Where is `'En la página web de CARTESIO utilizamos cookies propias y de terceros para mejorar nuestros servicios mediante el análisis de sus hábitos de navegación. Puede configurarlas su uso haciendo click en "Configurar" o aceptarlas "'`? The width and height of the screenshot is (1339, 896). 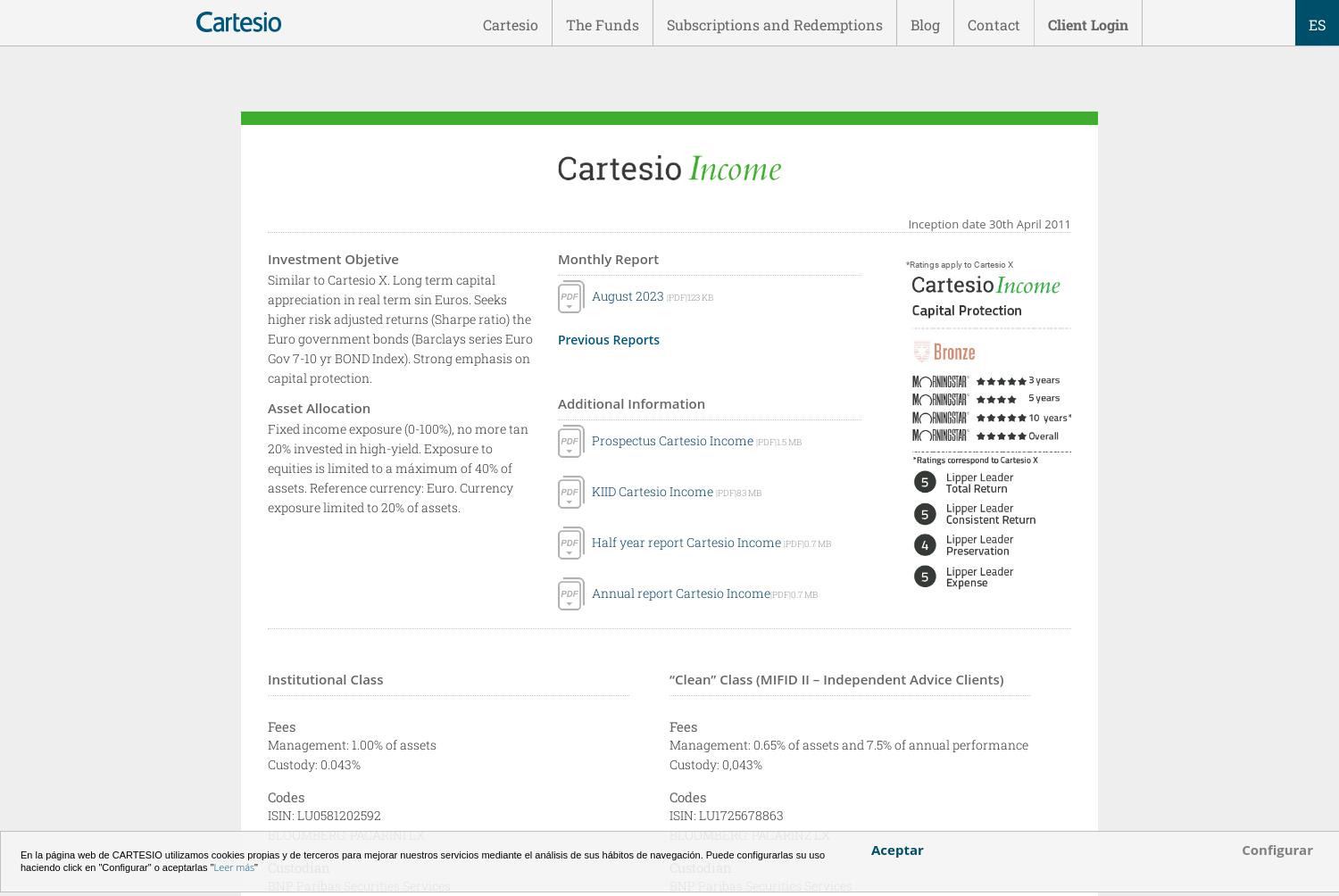 'En la página web de CARTESIO utilizamos cookies propias y de terceros para mejorar nuestros servicios mediante el análisis de sus hábitos de navegación. Puede configurarlas su uso haciendo click en "Configurar" o aceptarlas "' is located at coordinates (421, 860).